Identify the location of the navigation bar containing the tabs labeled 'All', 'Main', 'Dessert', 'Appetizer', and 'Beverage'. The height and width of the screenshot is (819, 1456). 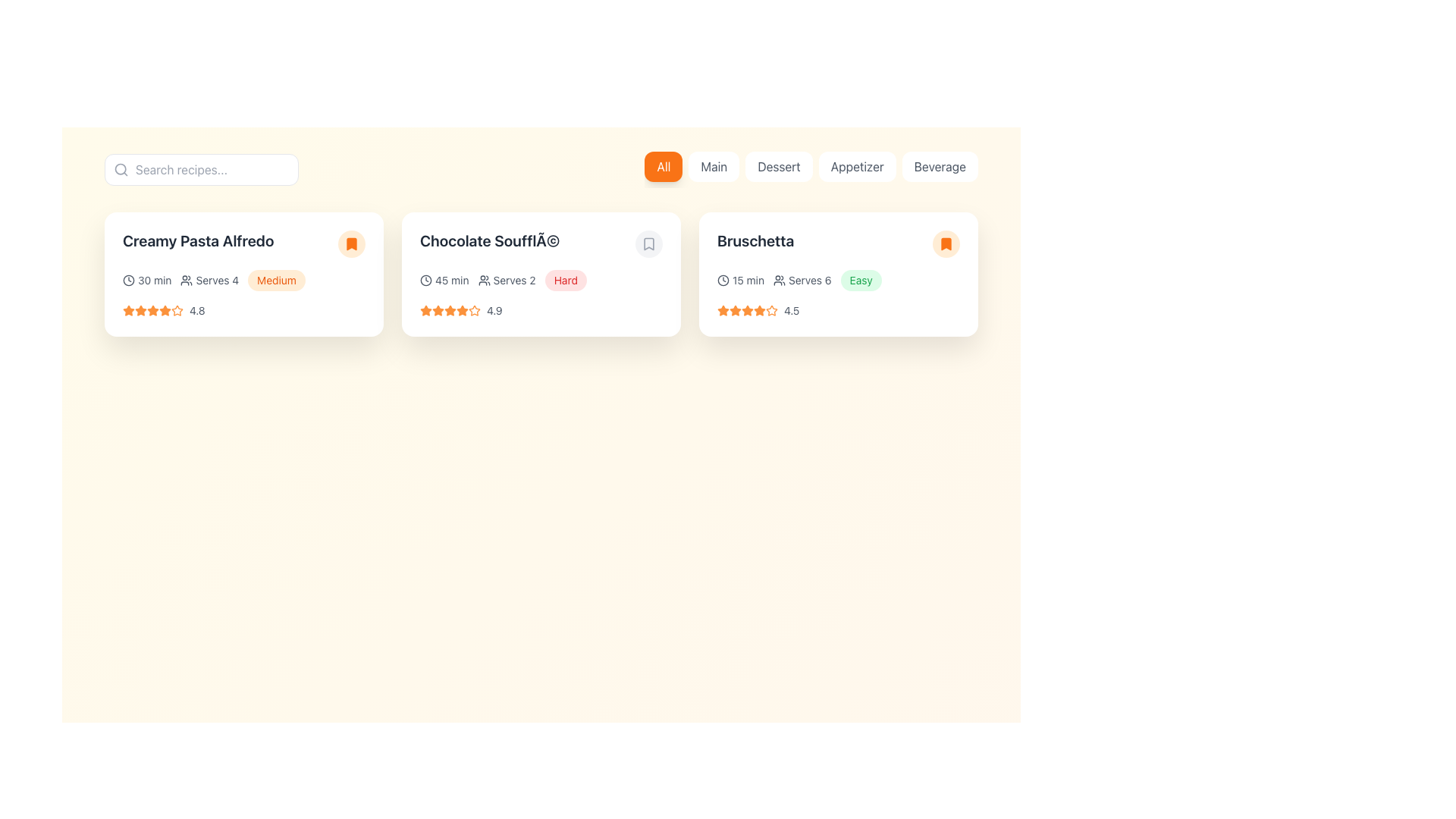
(811, 169).